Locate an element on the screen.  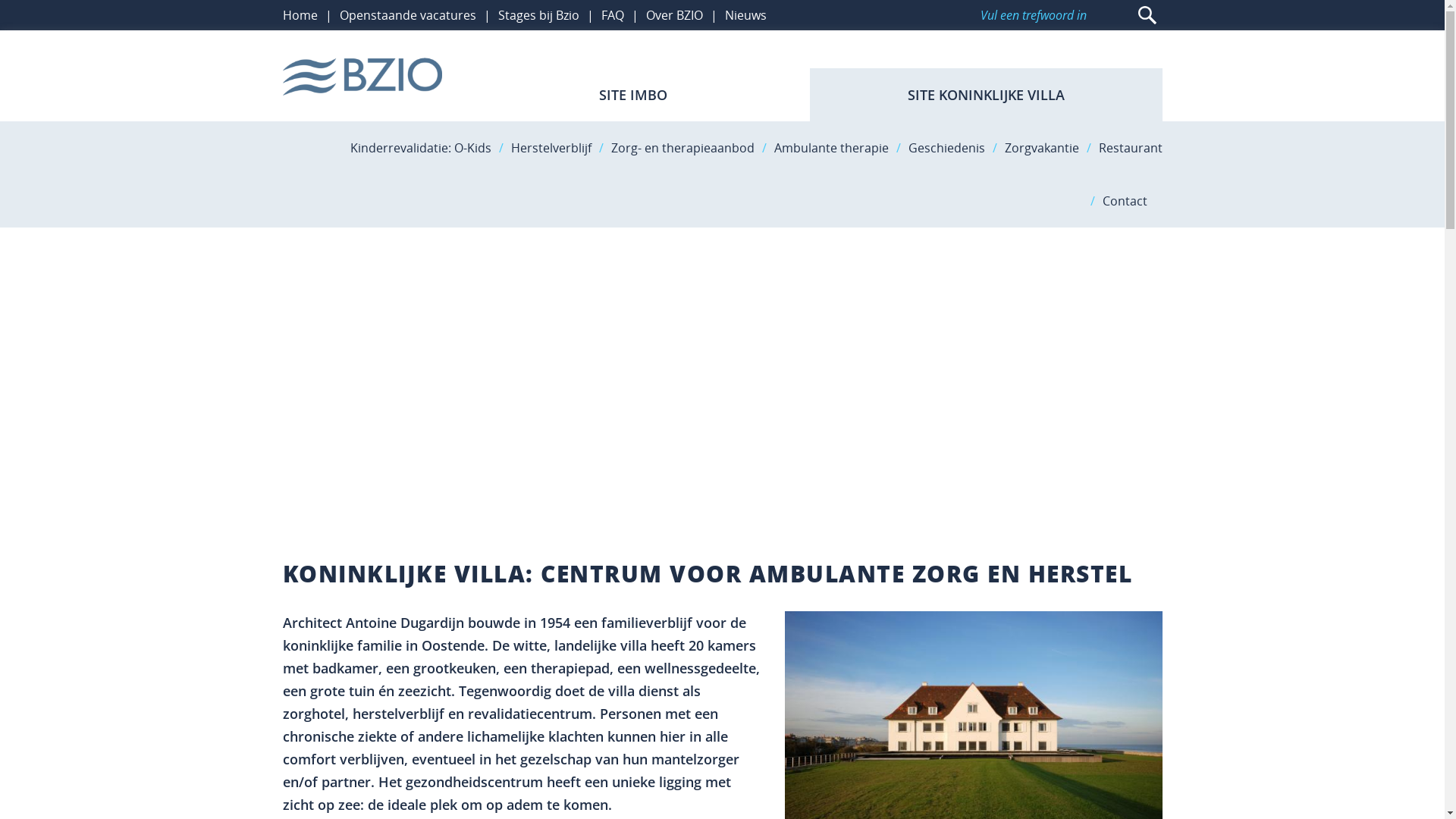
'Contact' is located at coordinates (1125, 200).